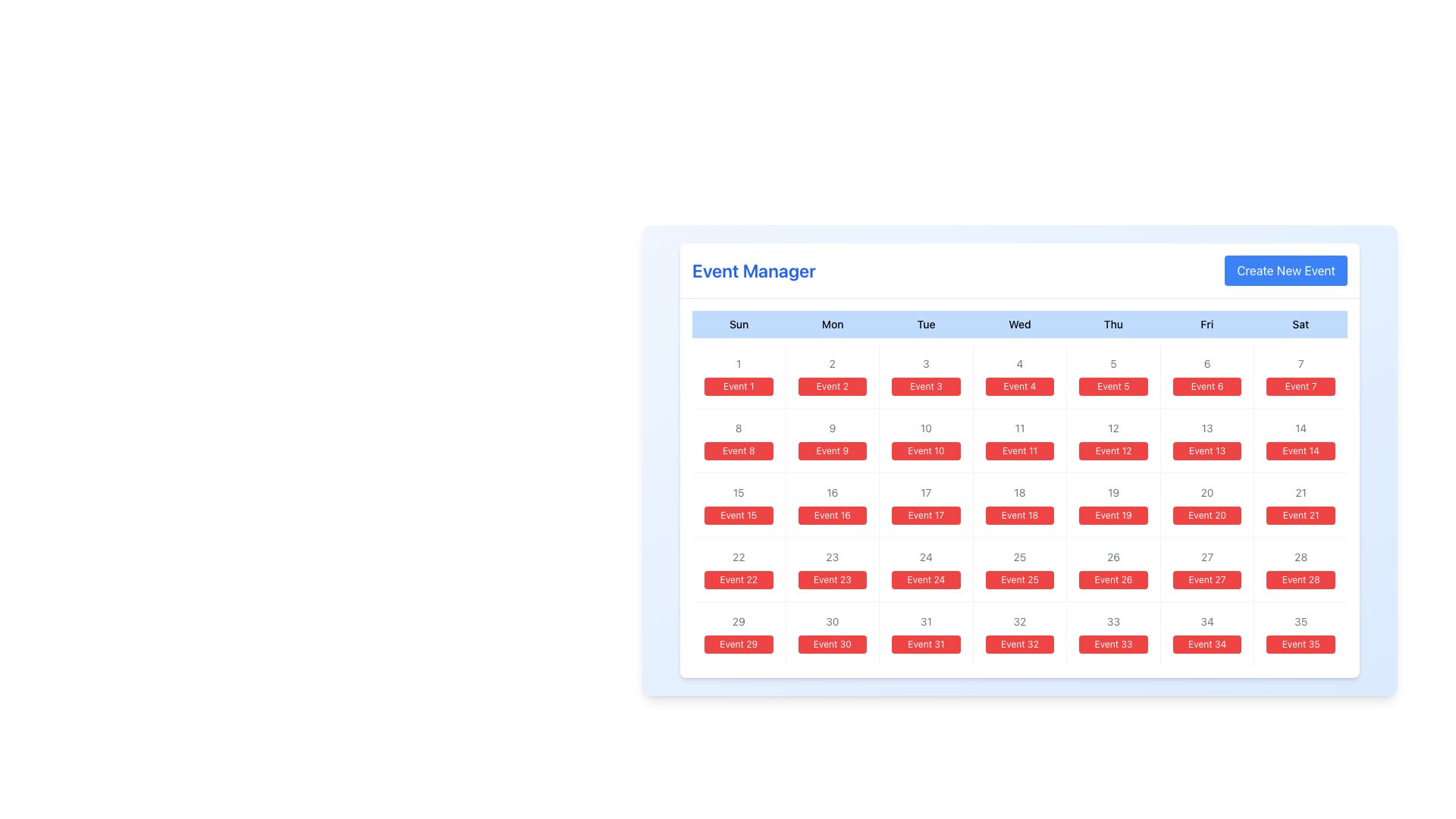 This screenshot has height=819, width=1456. Describe the element at coordinates (925, 505) in the screenshot. I see `the Calendar date box representing the day '17' with the event 'Event 17'` at that location.